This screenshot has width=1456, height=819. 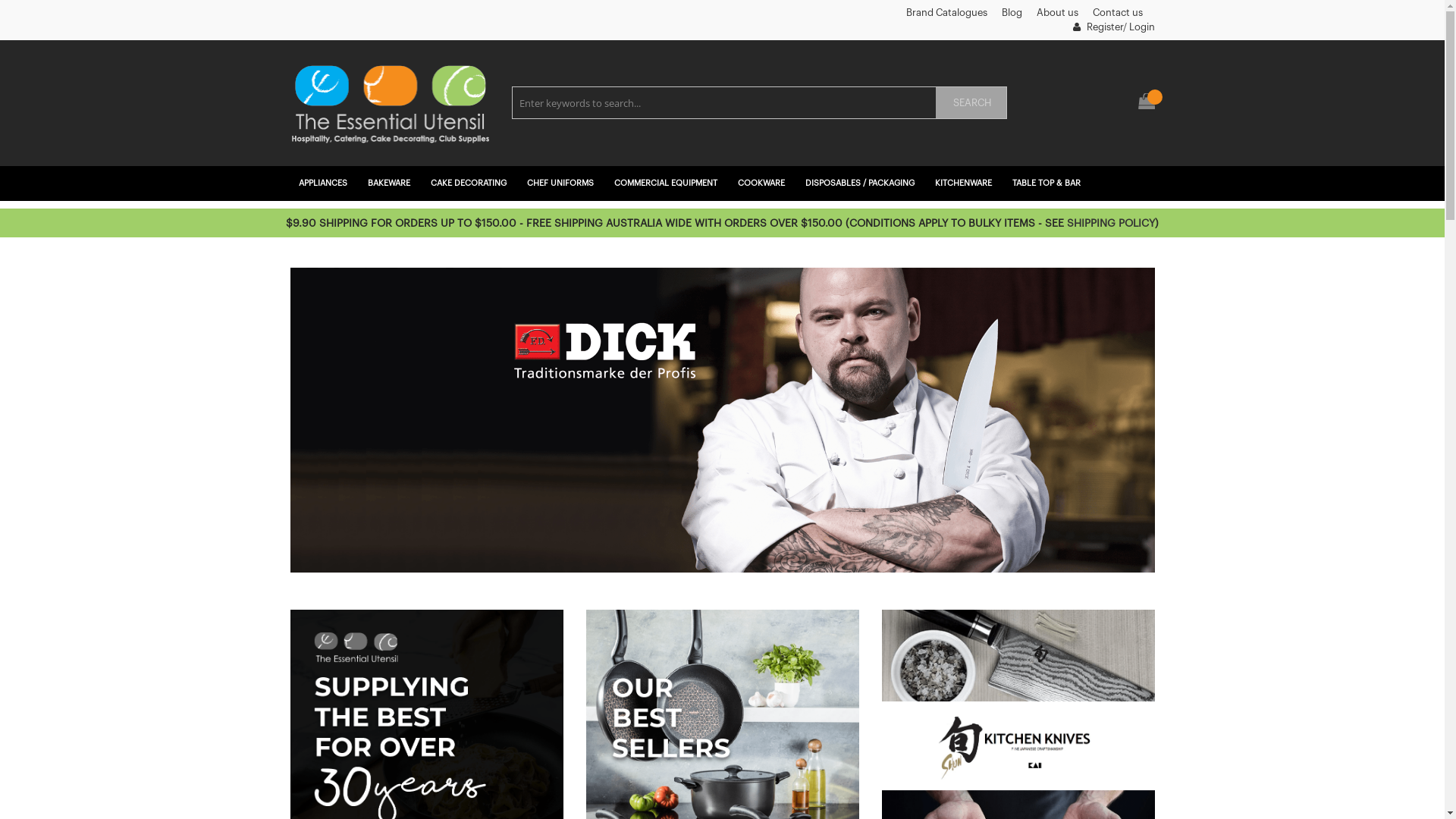 I want to click on 'Contact us', so click(x=1117, y=12).